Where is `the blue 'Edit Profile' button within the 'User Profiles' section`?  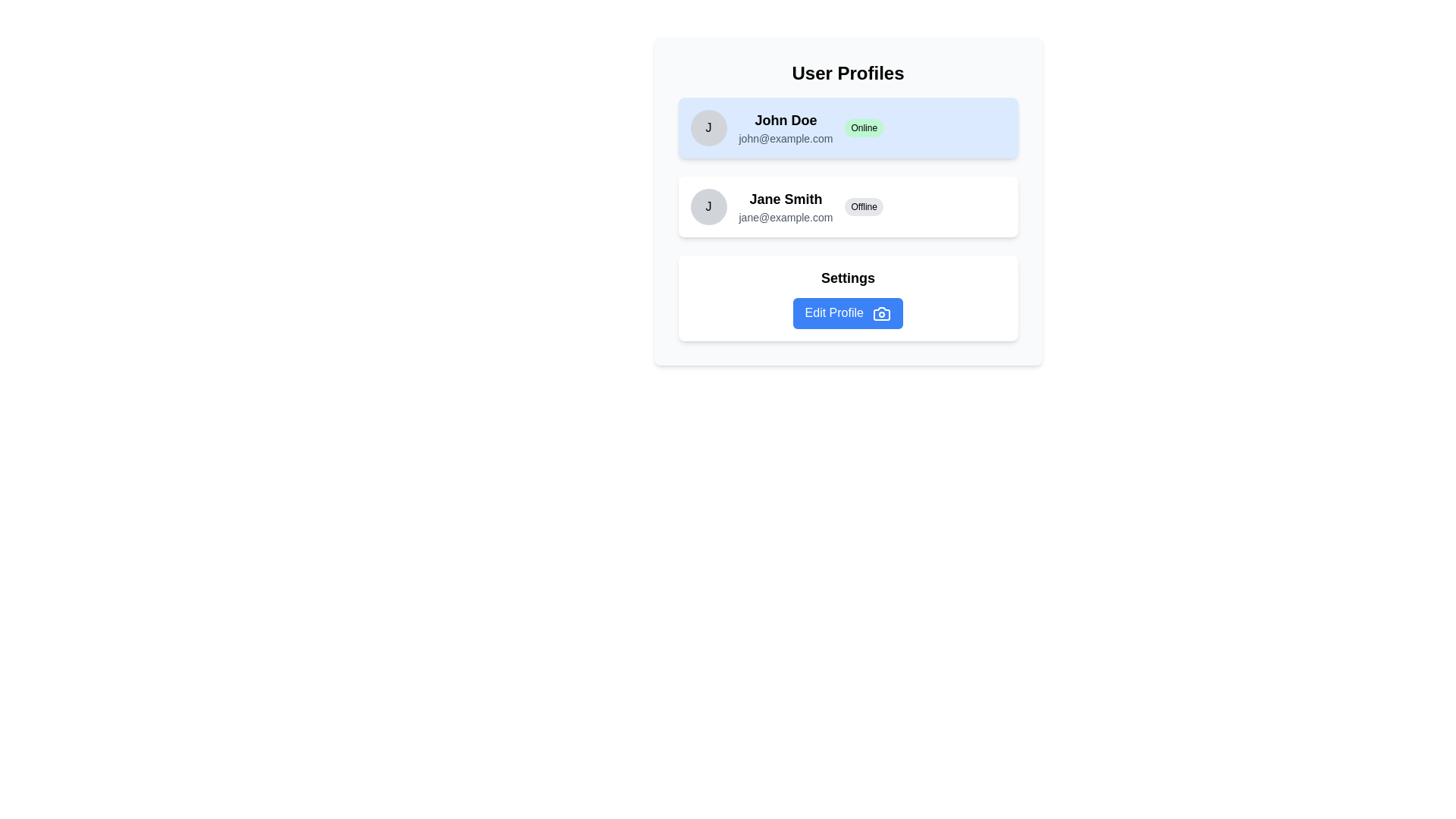 the blue 'Edit Profile' button within the 'User Profiles' section is located at coordinates (847, 298).